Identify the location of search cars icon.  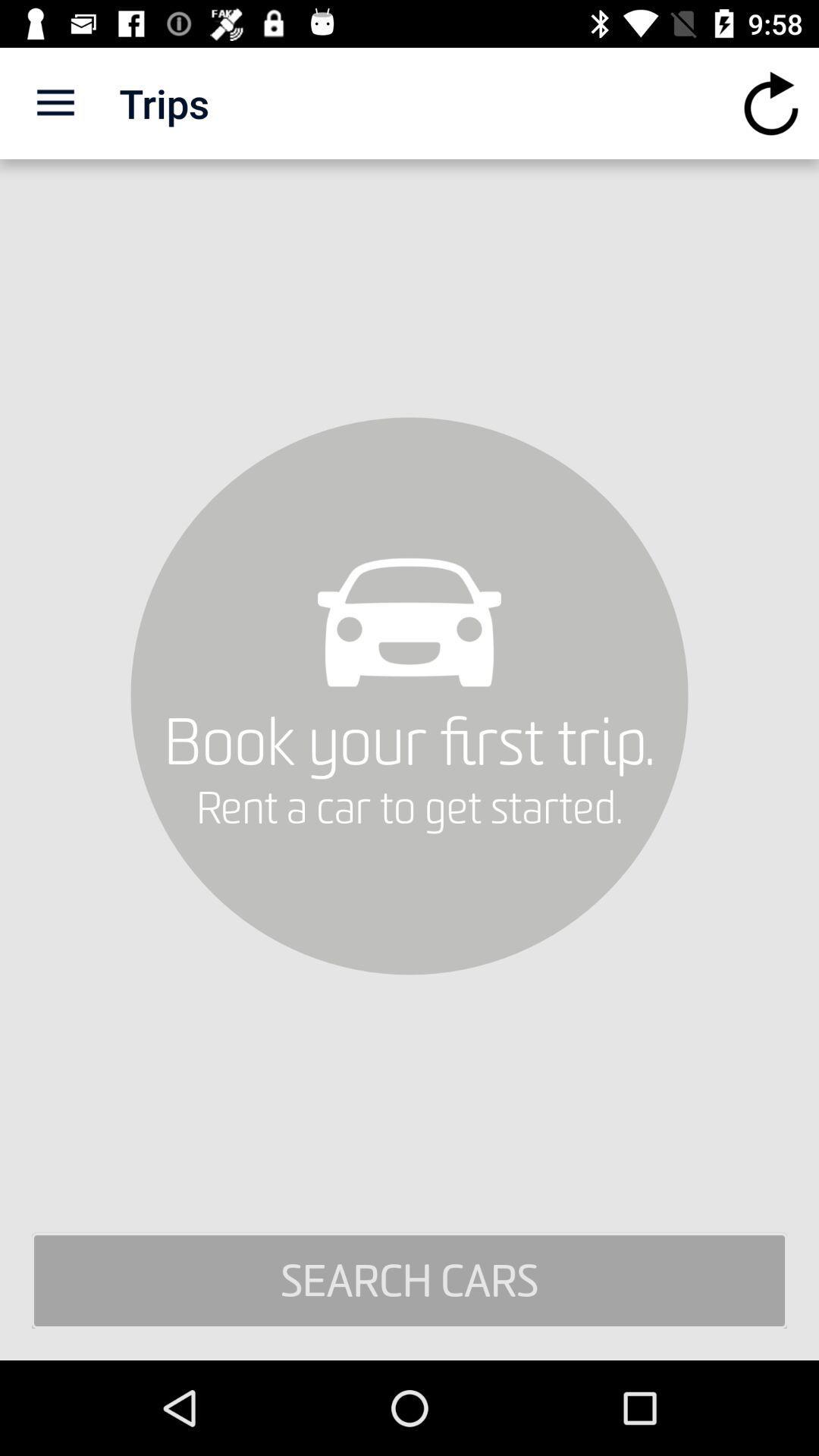
(409, 1280).